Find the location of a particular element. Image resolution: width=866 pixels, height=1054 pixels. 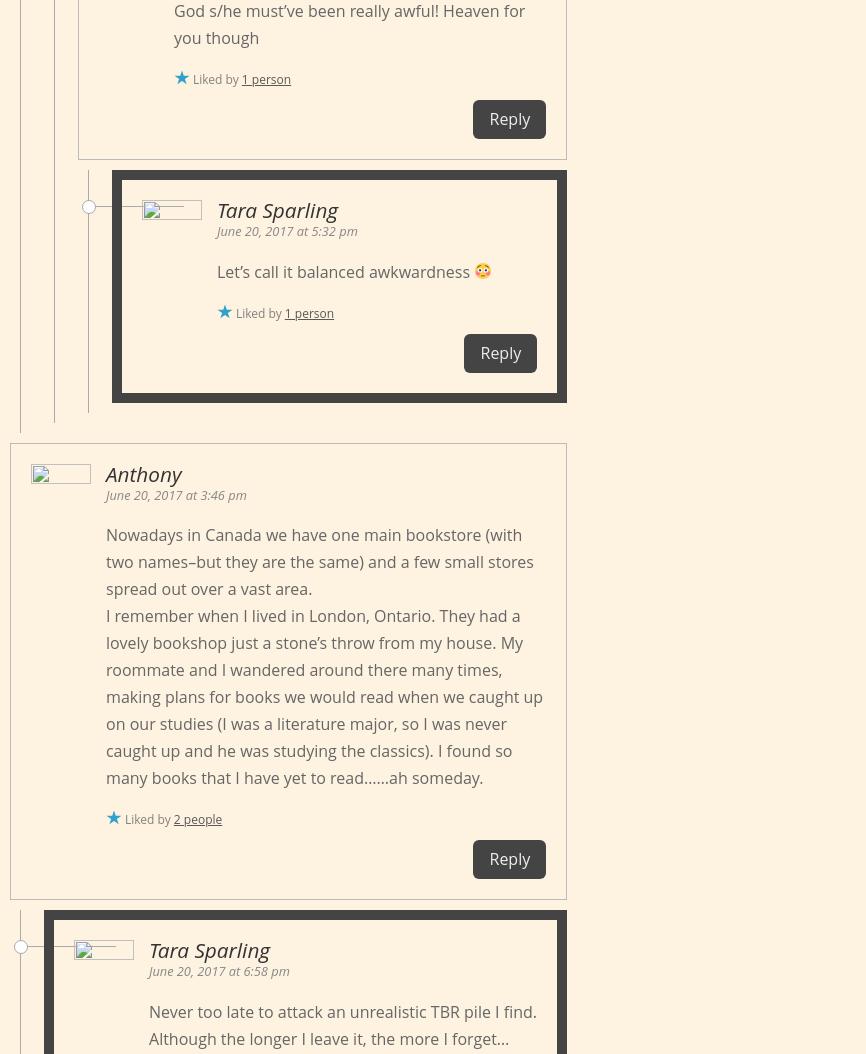

'Let’s call it balanced awkwardness' is located at coordinates (344, 269).